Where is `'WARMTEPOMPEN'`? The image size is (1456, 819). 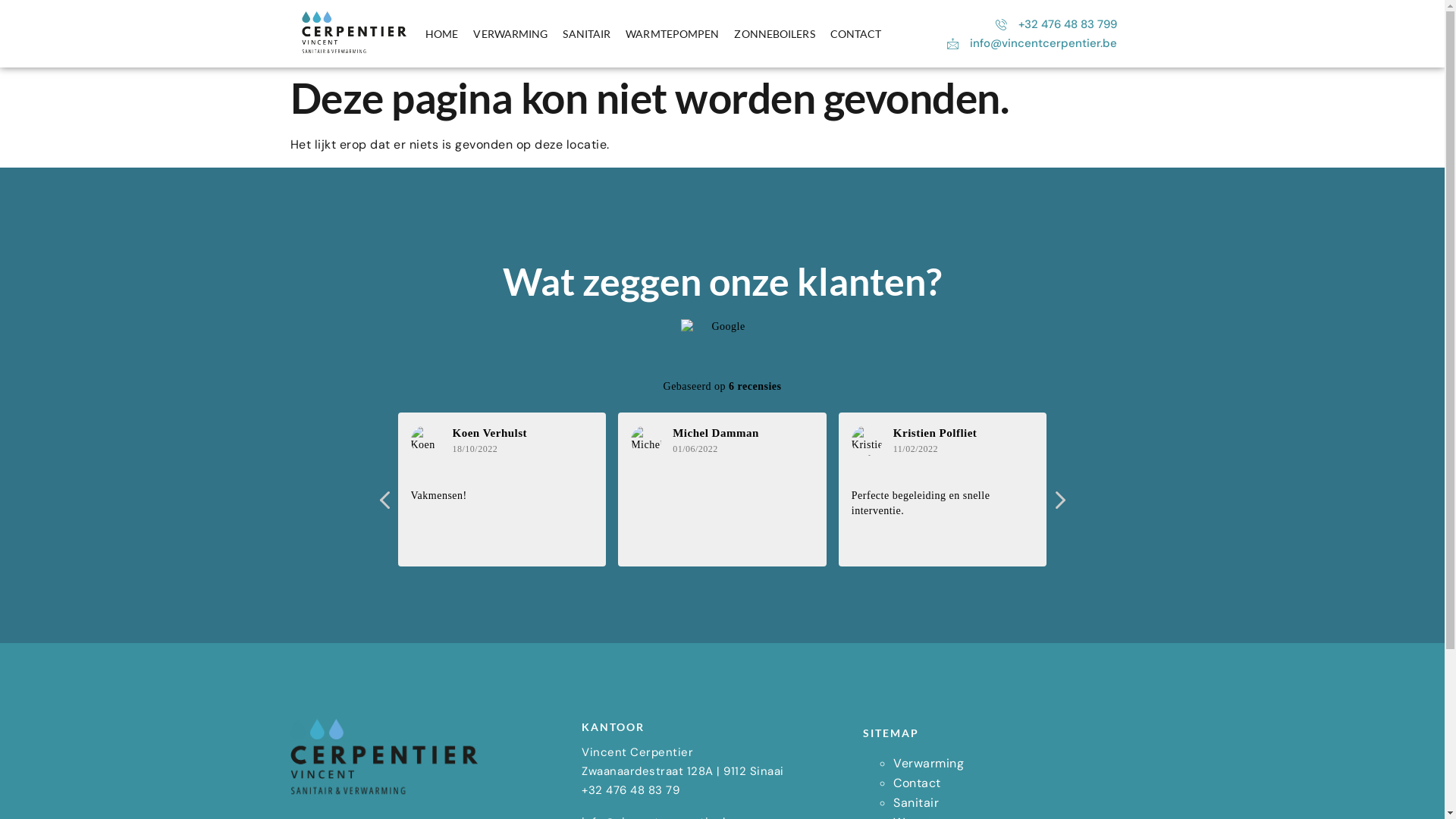
'WARMTEPOMPEN' is located at coordinates (671, 34).